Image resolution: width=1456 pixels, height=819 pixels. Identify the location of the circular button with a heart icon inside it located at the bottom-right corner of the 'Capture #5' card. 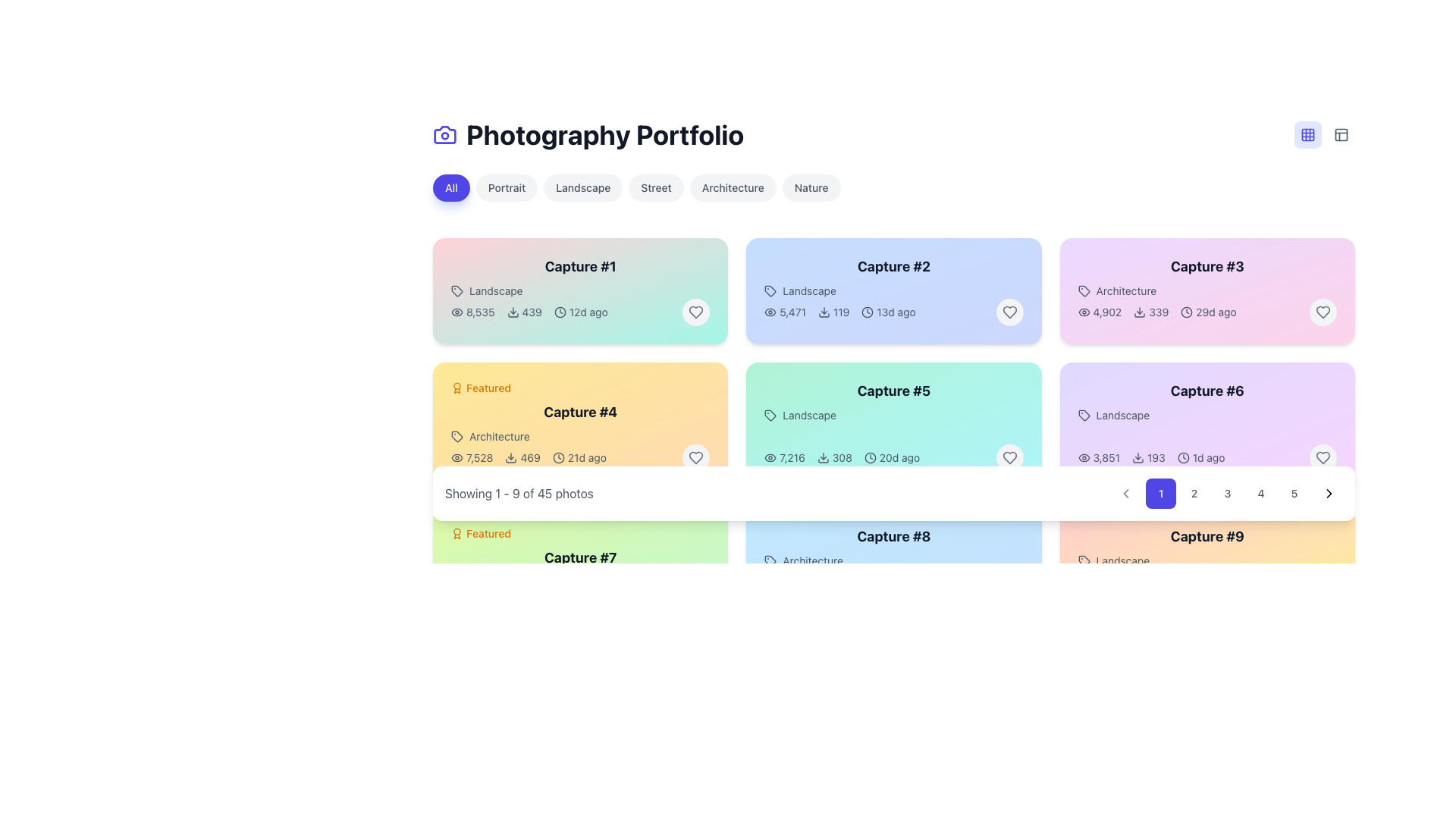
(1009, 457).